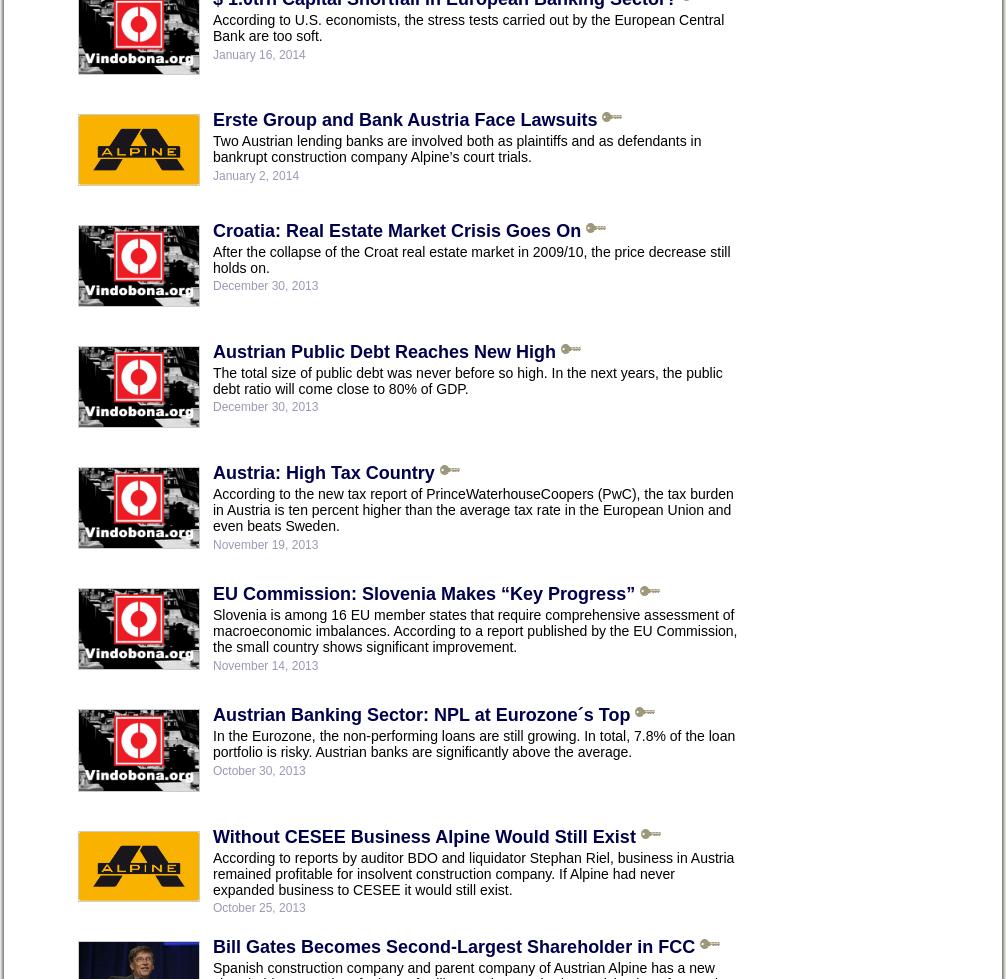  Describe the element at coordinates (383, 350) in the screenshot. I see `'Austrian Public Debt Reaches New High'` at that location.